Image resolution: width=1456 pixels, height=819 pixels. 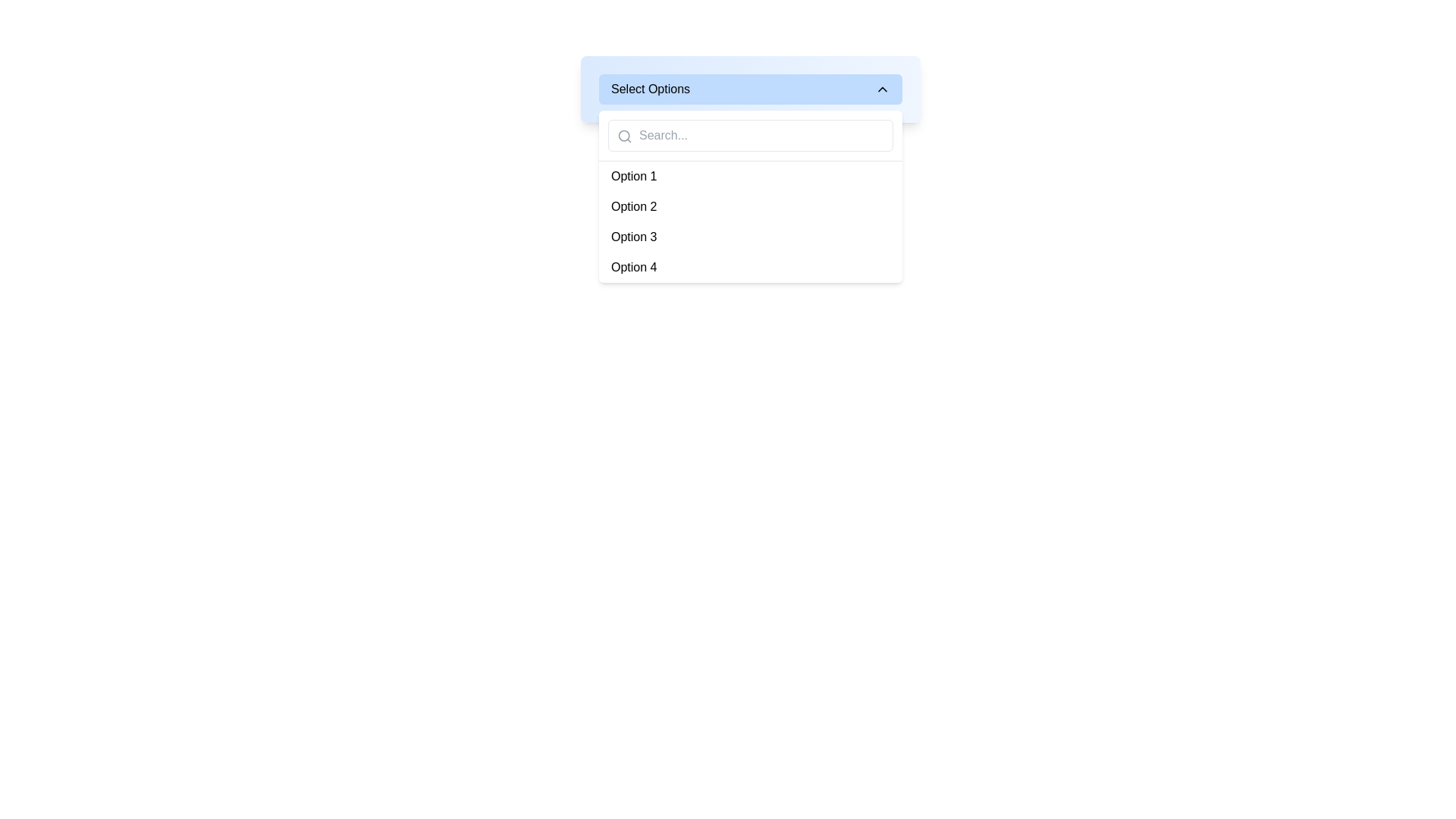 I want to click on the third option in the dropdown menu, which is labeled 'Option 3', so click(x=634, y=237).